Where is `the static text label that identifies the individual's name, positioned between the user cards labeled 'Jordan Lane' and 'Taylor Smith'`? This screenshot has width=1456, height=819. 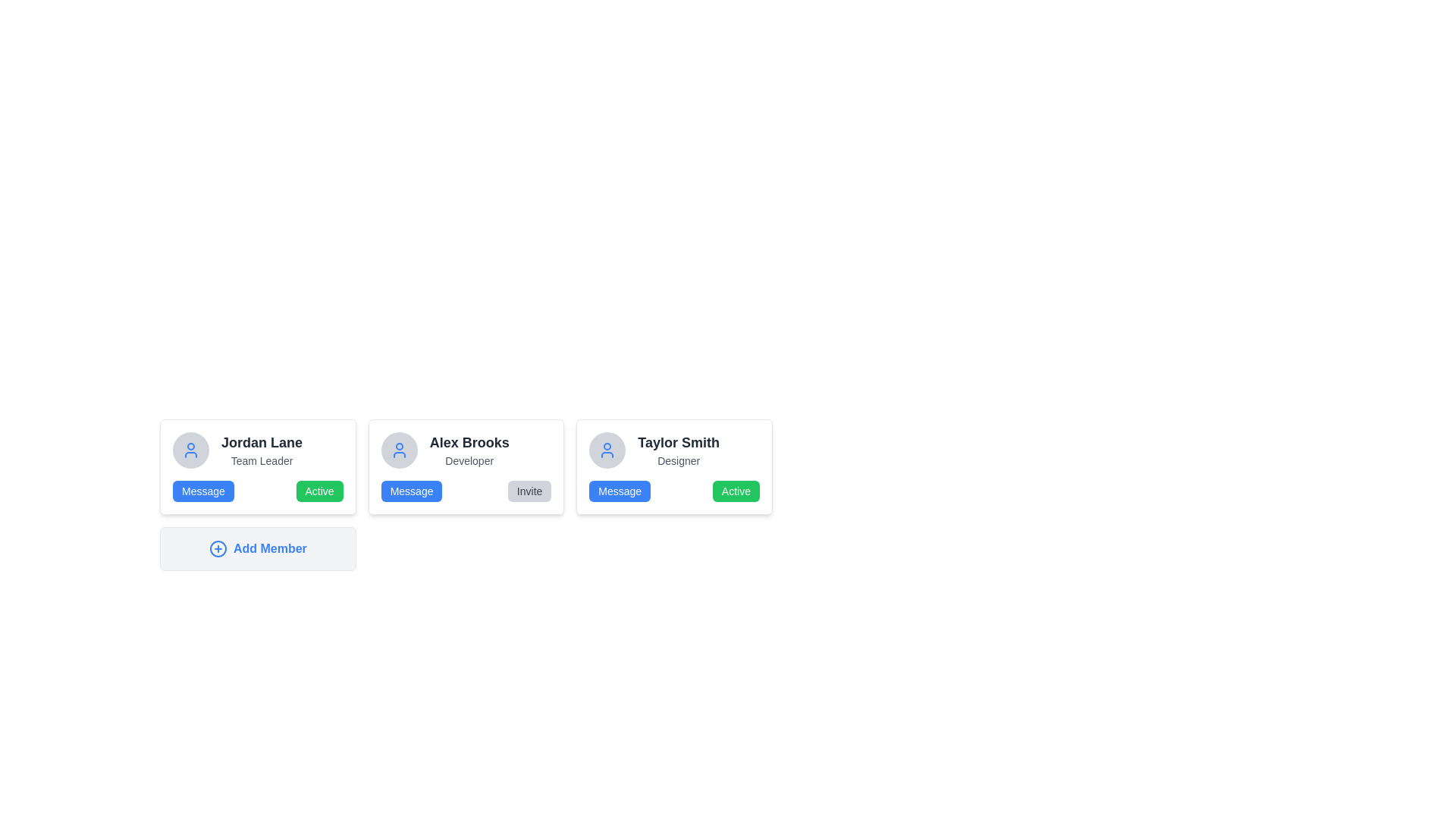
the static text label that identifies the individual's name, positioned between the user cards labeled 'Jordan Lane' and 'Taylor Smith' is located at coordinates (469, 442).